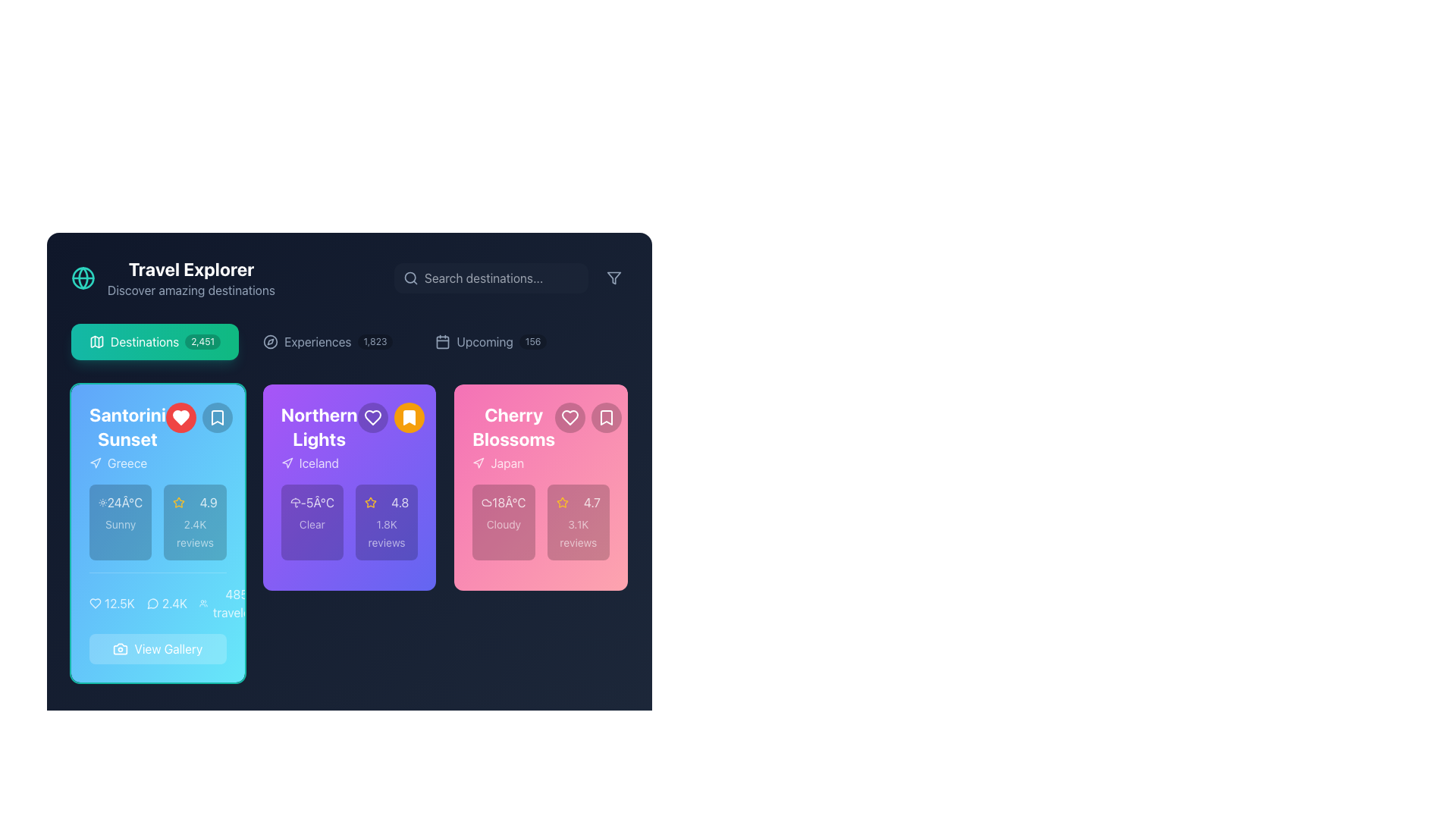 The width and height of the screenshot is (1456, 819). What do you see at coordinates (410, 278) in the screenshot?
I see `the central circular part of the magnifying glass icon on the right-hand side of the top navigation bar` at bounding box center [410, 278].